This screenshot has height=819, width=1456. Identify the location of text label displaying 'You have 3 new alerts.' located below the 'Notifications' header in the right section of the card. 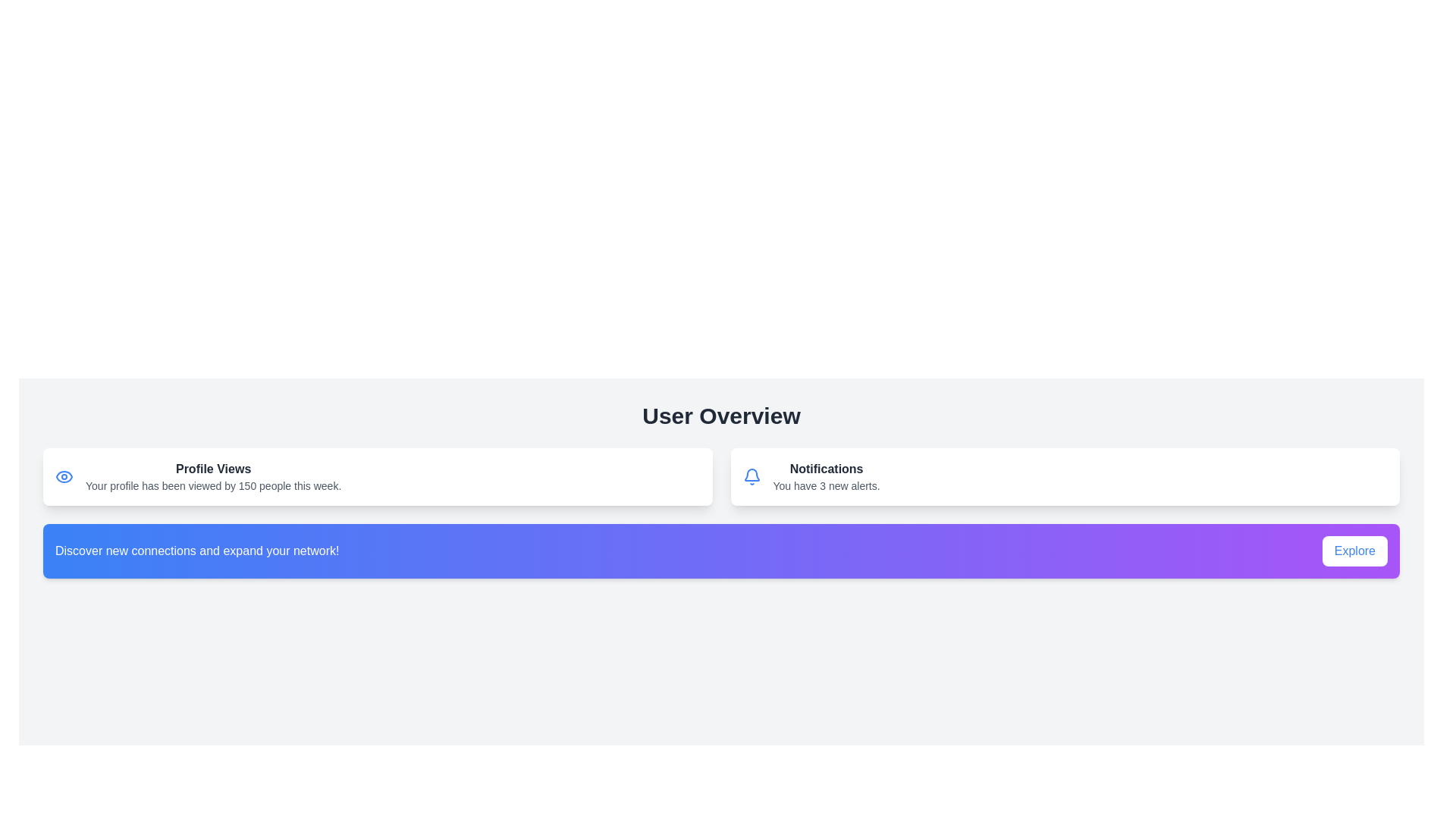
(825, 485).